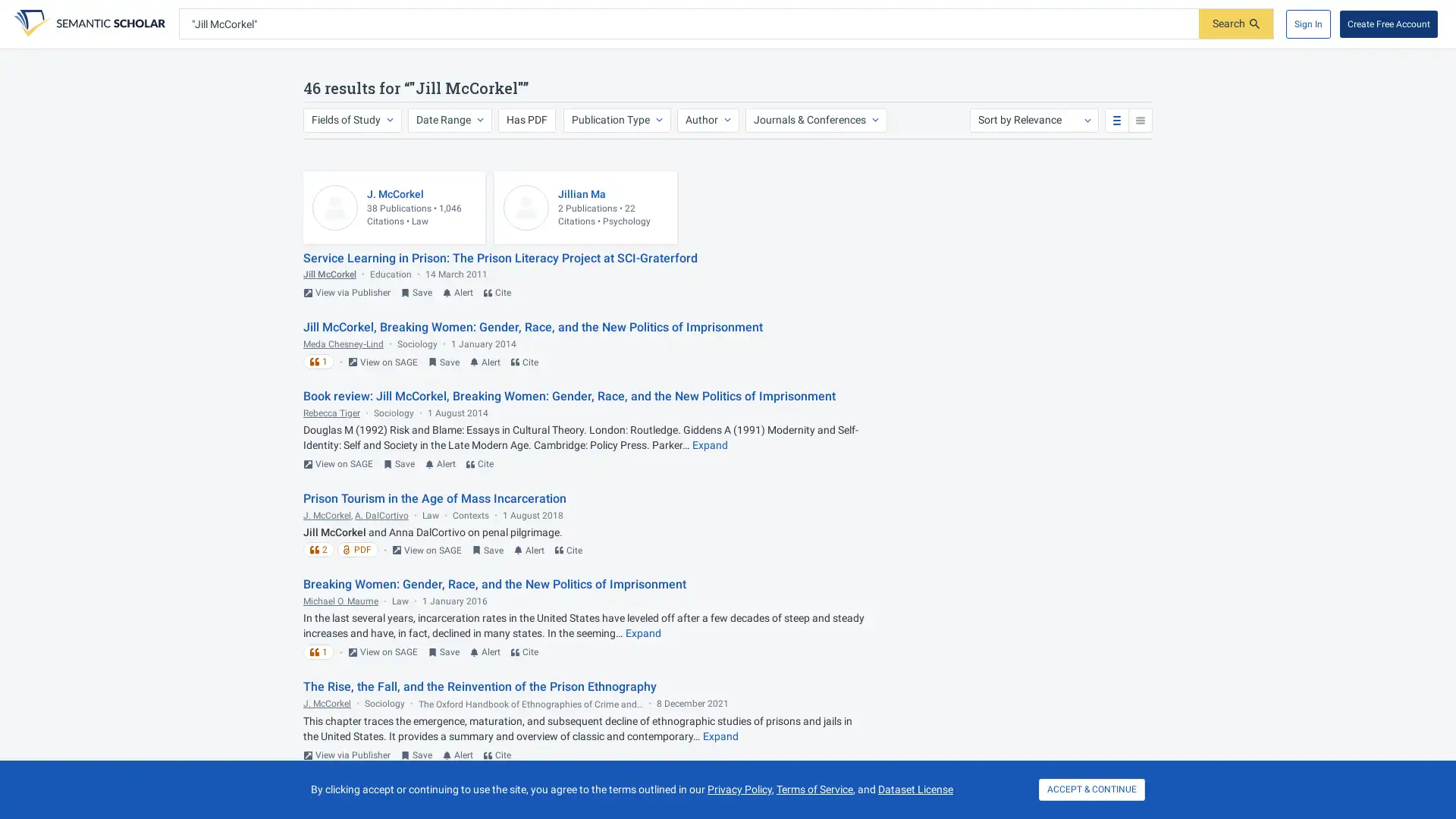 Image resolution: width=1456 pixels, height=819 pixels. Describe the element at coordinates (720, 736) in the screenshot. I see `Expand truncated text` at that location.